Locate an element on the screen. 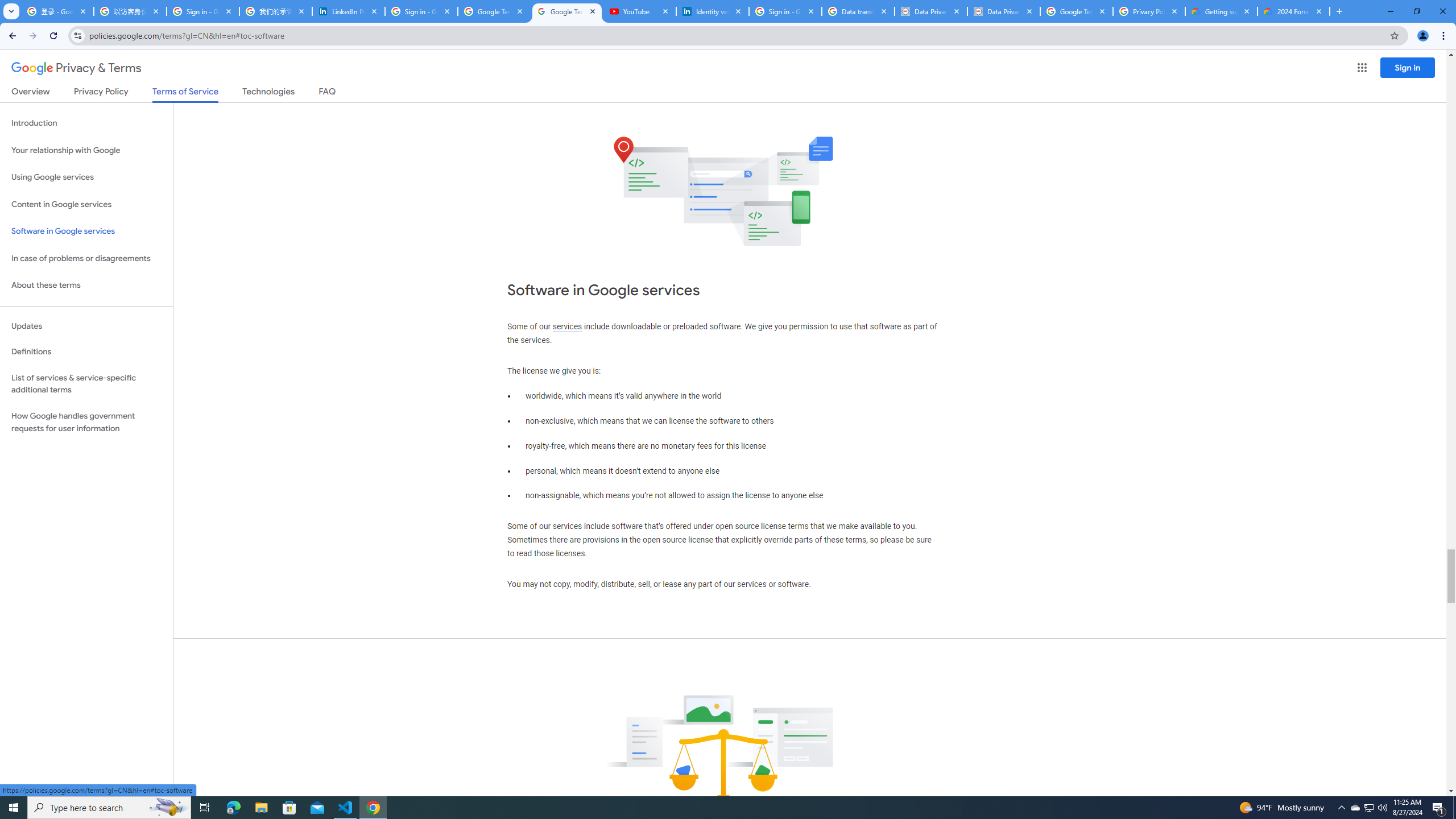 Image resolution: width=1456 pixels, height=819 pixels. 'About these terms' is located at coordinates (86, 285).